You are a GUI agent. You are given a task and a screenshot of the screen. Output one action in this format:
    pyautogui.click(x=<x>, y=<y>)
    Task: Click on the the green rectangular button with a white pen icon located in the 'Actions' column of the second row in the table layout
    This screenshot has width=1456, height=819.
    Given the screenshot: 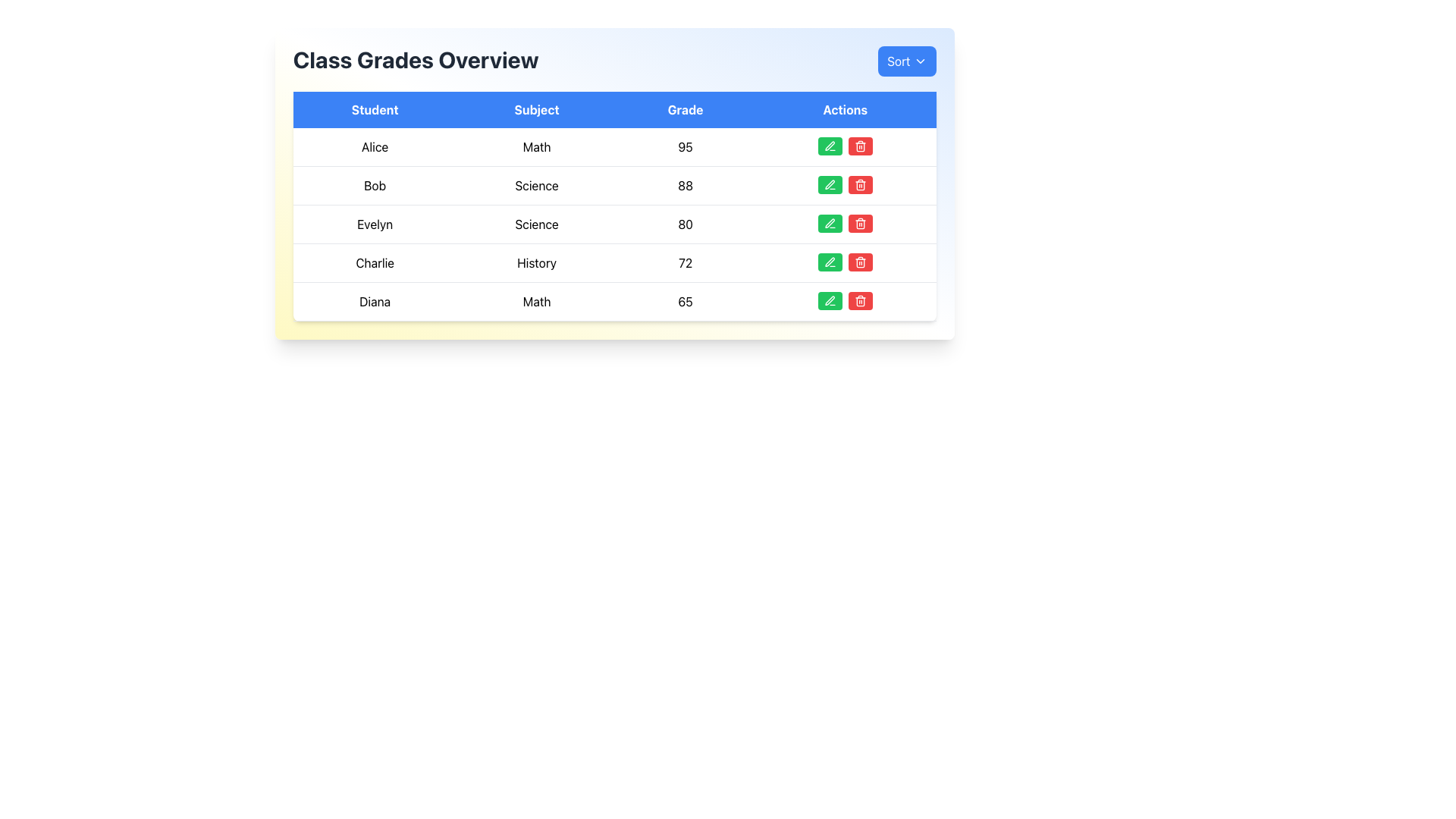 What is the action you would take?
    pyautogui.click(x=829, y=184)
    